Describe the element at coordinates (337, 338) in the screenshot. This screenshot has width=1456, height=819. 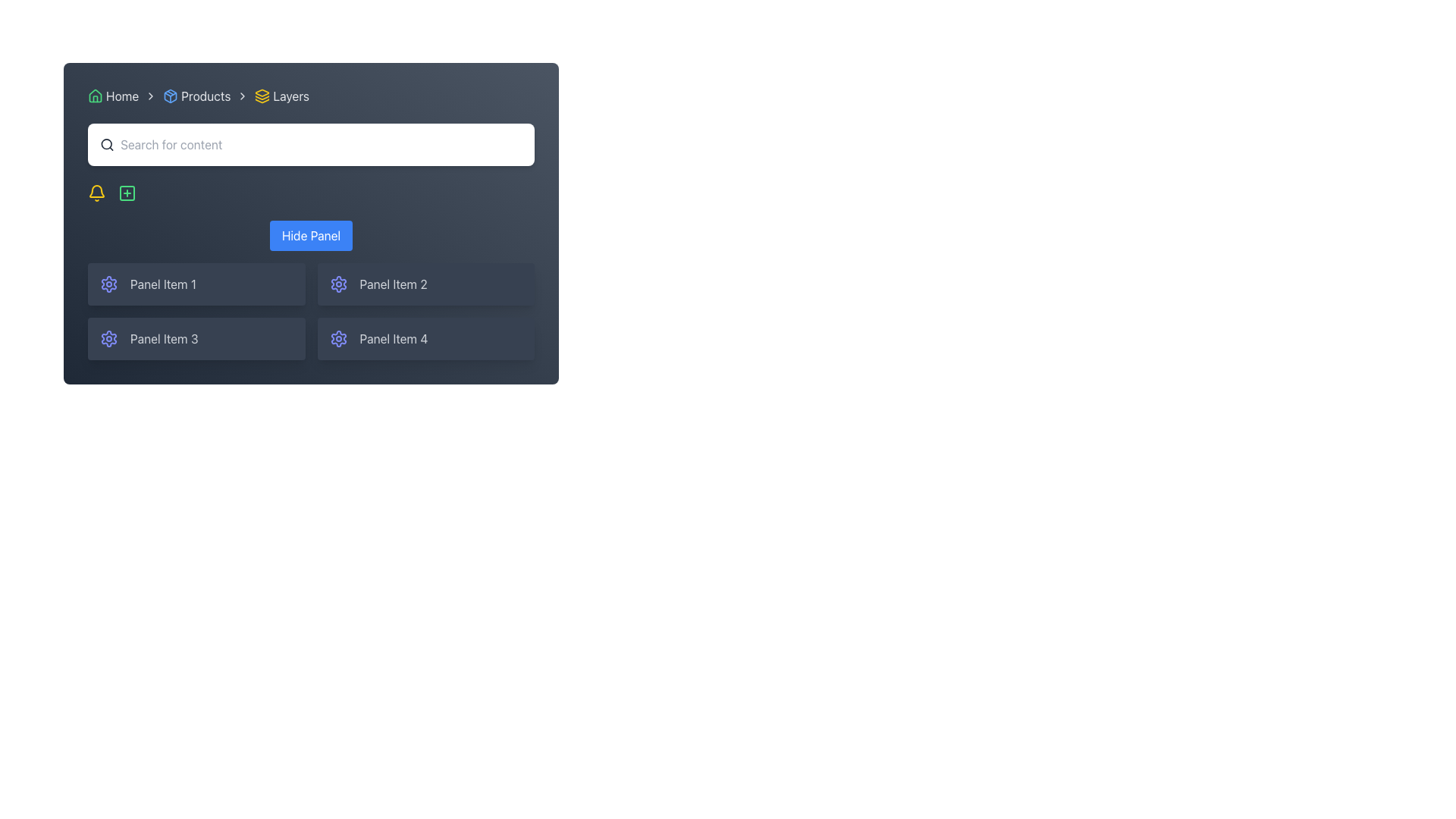
I see `the gear icon located in the top-left corner of 'Panel Item 4'` at that location.